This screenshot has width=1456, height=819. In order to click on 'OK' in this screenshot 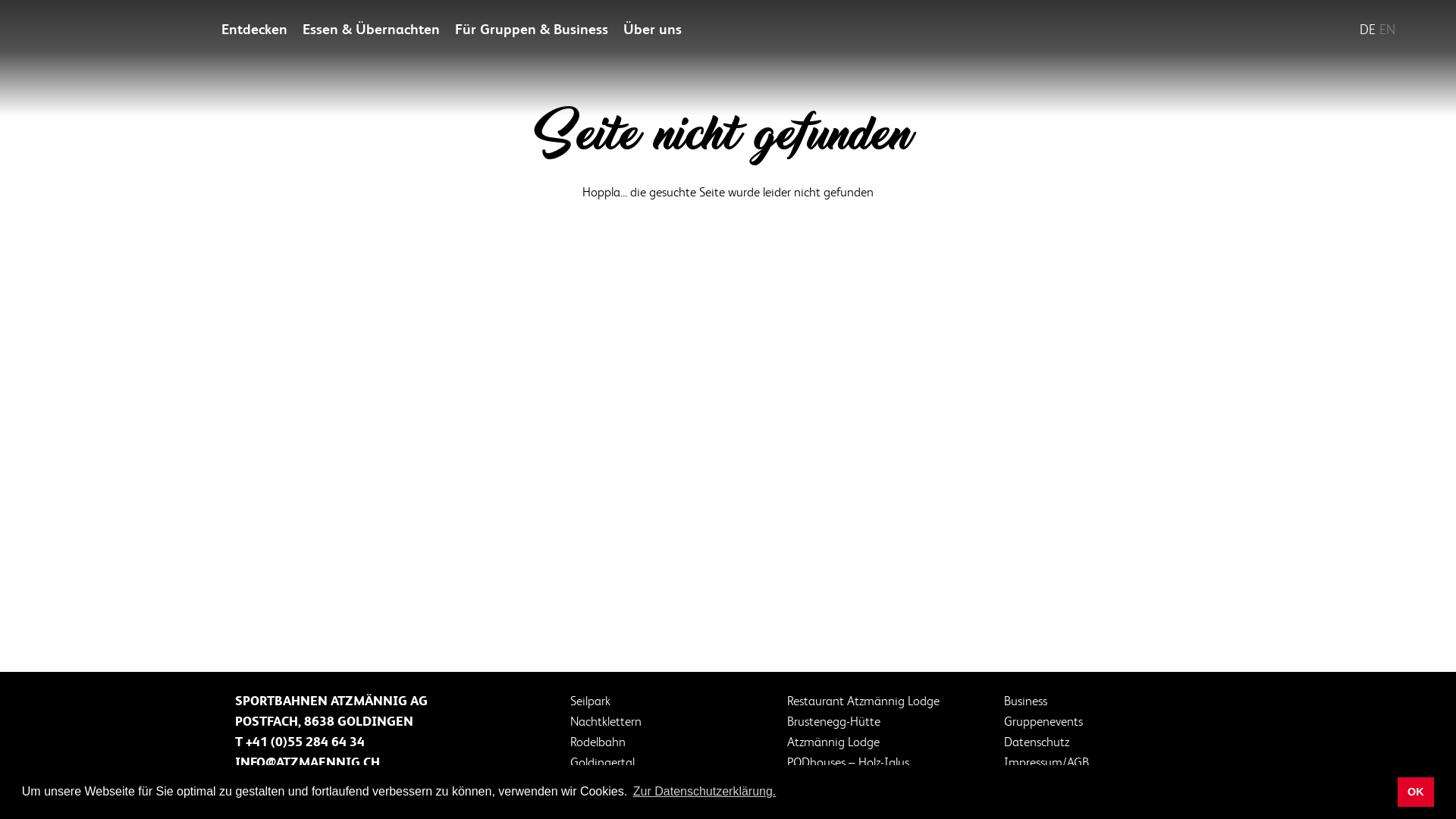, I will do `click(1397, 791)`.